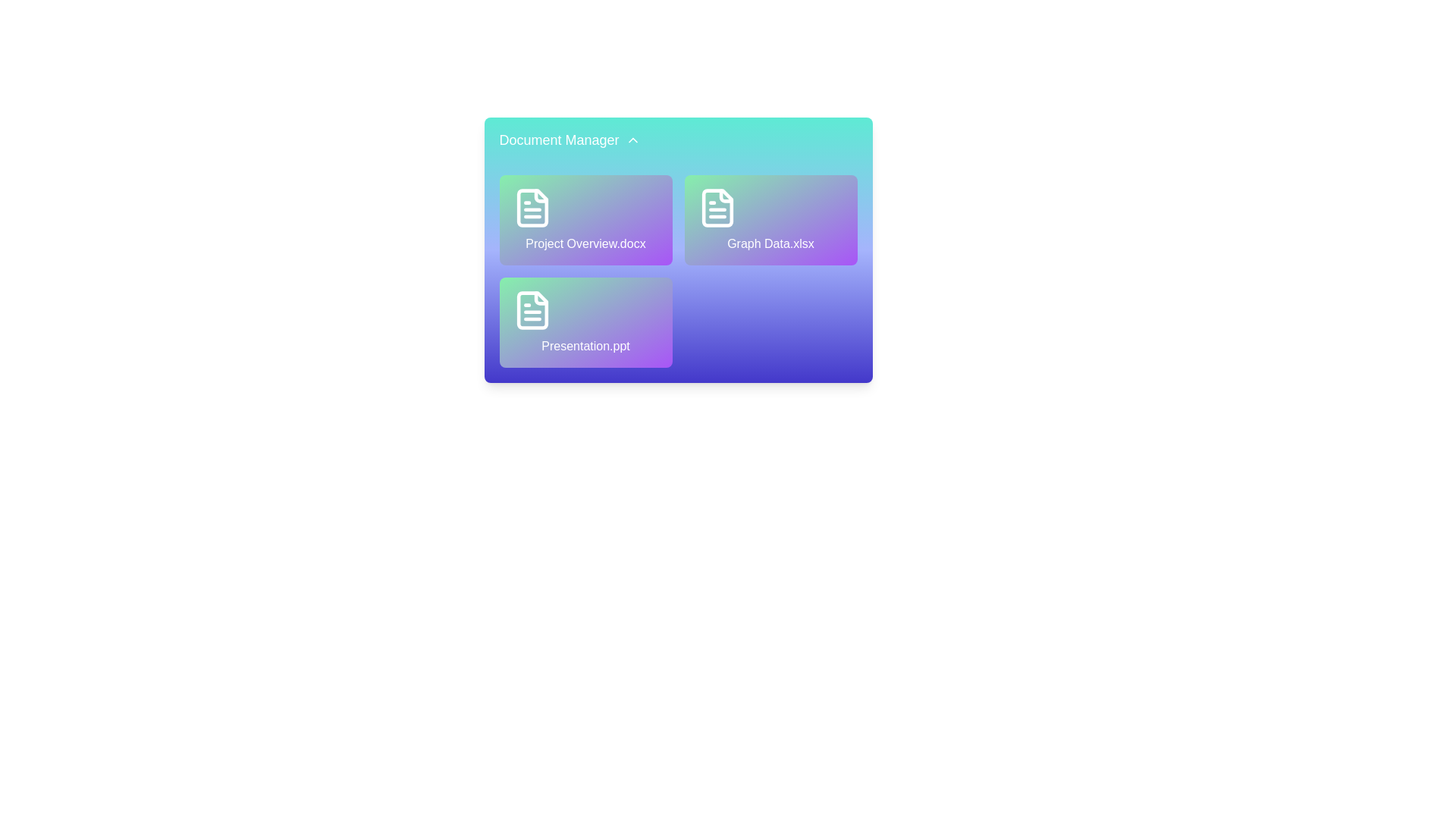 The width and height of the screenshot is (1456, 819). Describe the element at coordinates (569, 138) in the screenshot. I see `the header menu button to toggle the visibility of the file grid` at that location.